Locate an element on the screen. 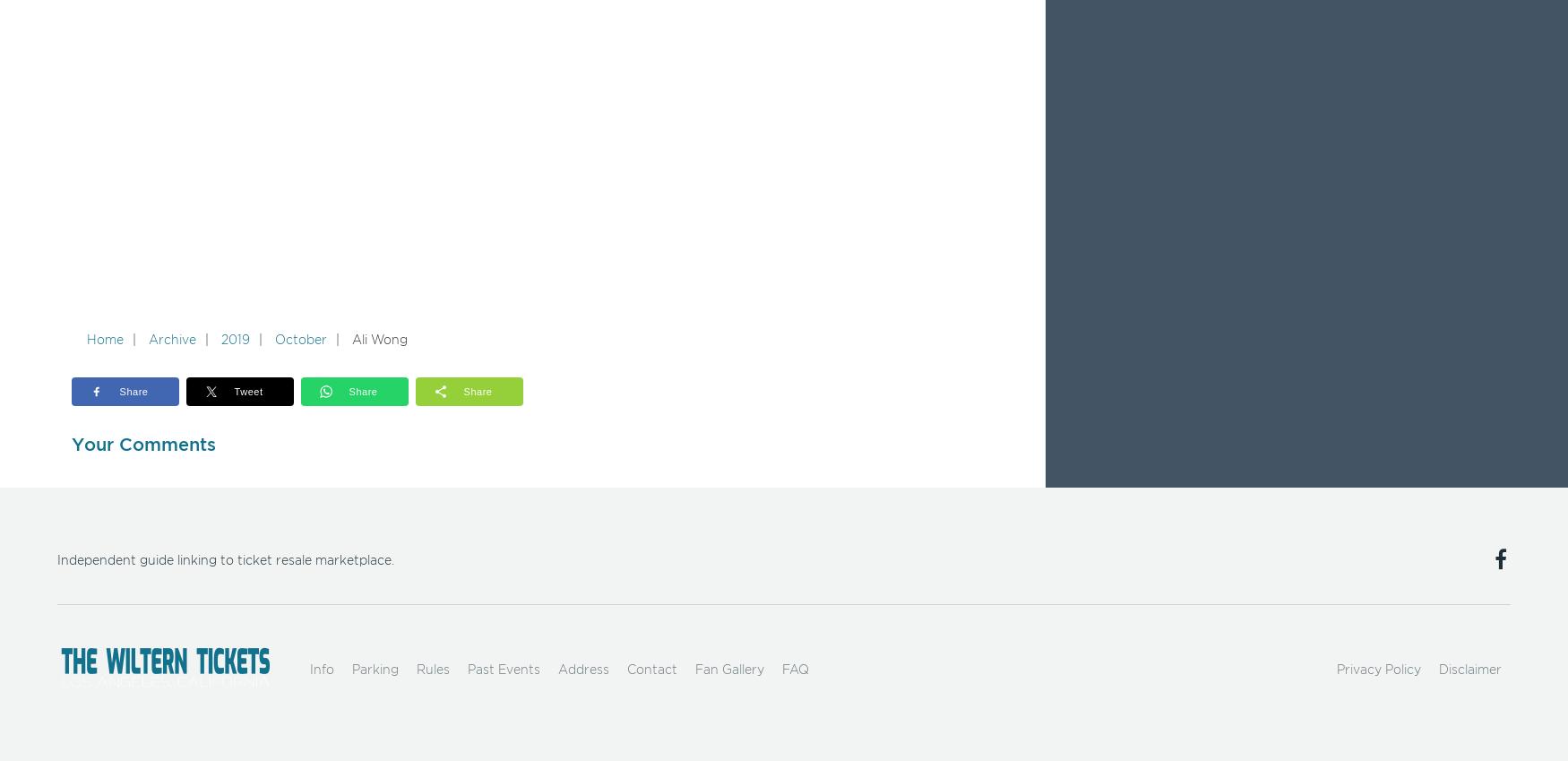 The height and width of the screenshot is (761, 1568). 'Address' is located at coordinates (582, 670).